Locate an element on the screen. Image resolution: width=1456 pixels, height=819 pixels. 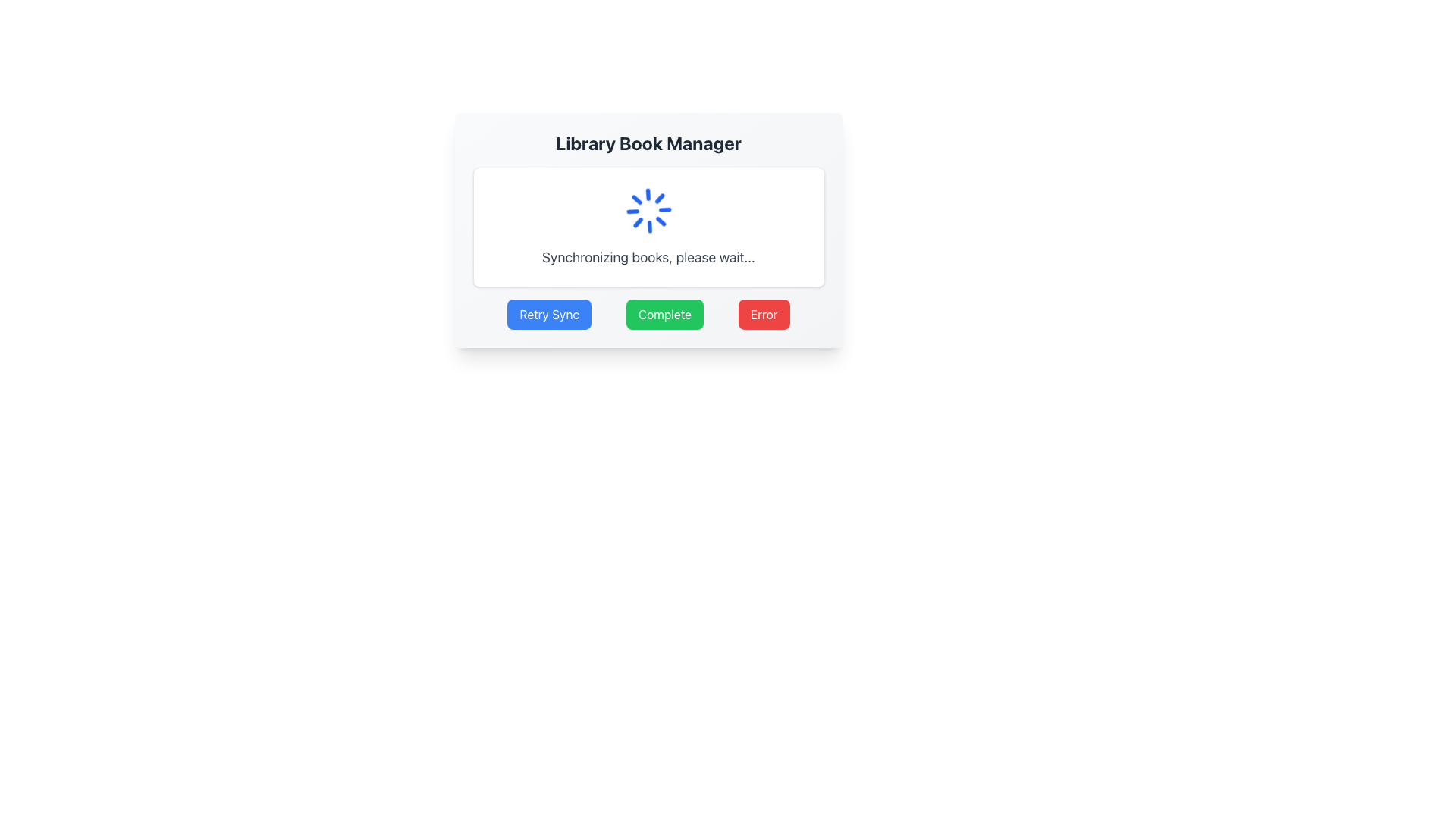
the Loading Spinner, which is a visual indicator of loading or processing, located centrally above the text 'Synchronizing books, please wait...' is located at coordinates (648, 210).